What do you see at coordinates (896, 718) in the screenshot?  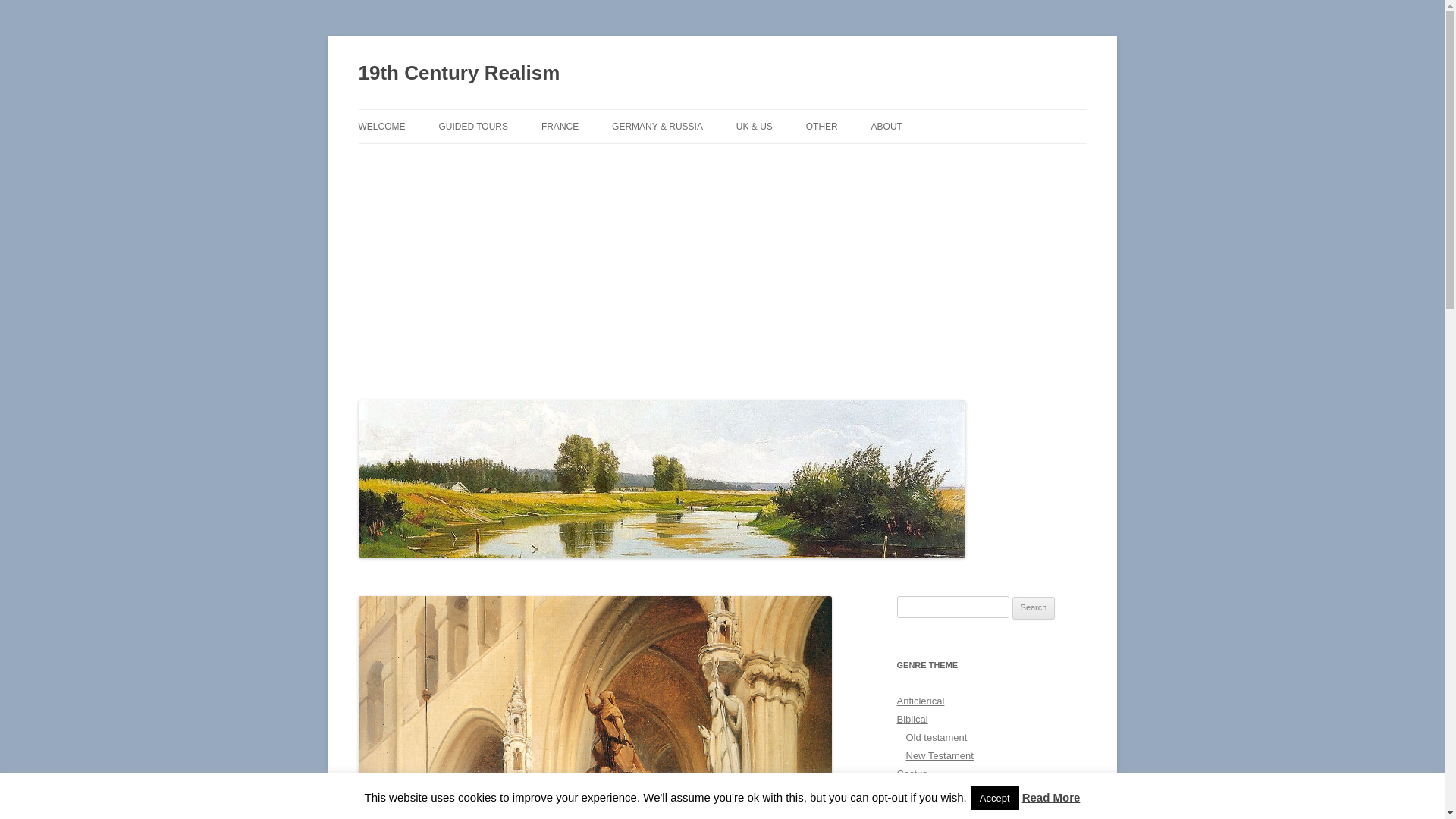 I see `'Biblical'` at bounding box center [896, 718].